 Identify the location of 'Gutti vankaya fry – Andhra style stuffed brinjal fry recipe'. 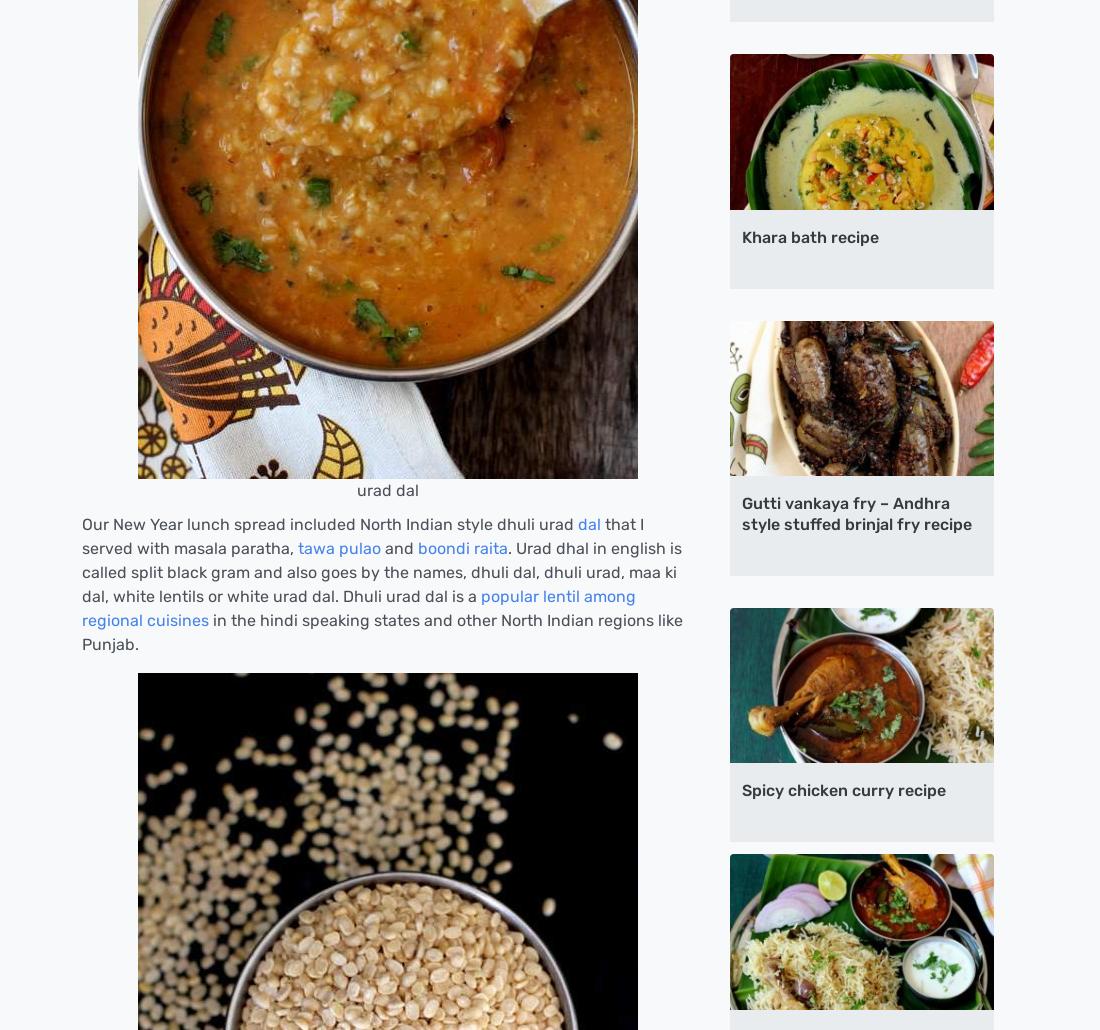
(856, 512).